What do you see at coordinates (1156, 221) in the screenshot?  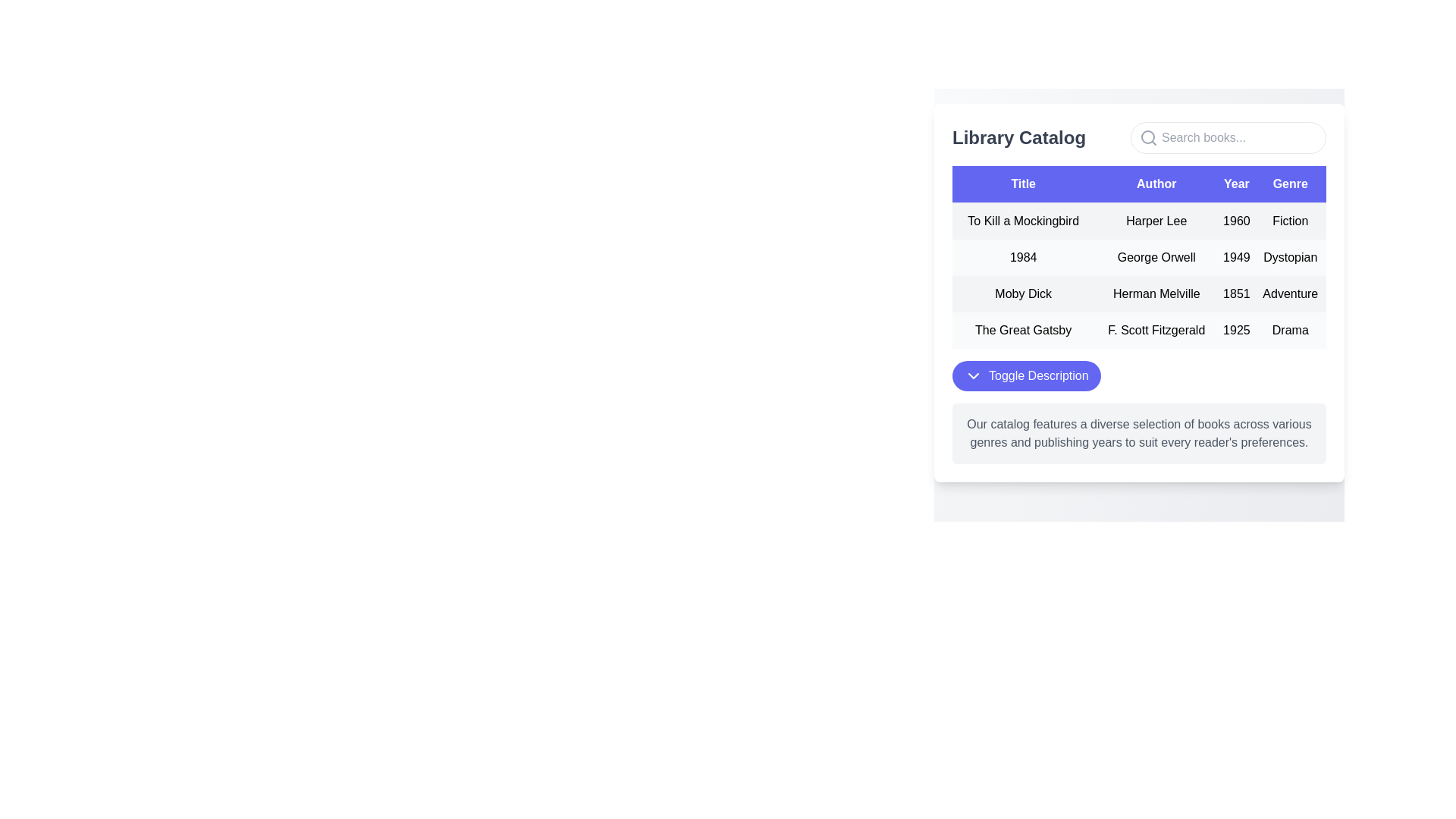 I see `the Text label displaying 'Harper Lee' in black font against a light gray background, located in the 'Author' column of the first row in a table` at bounding box center [1156, 221].